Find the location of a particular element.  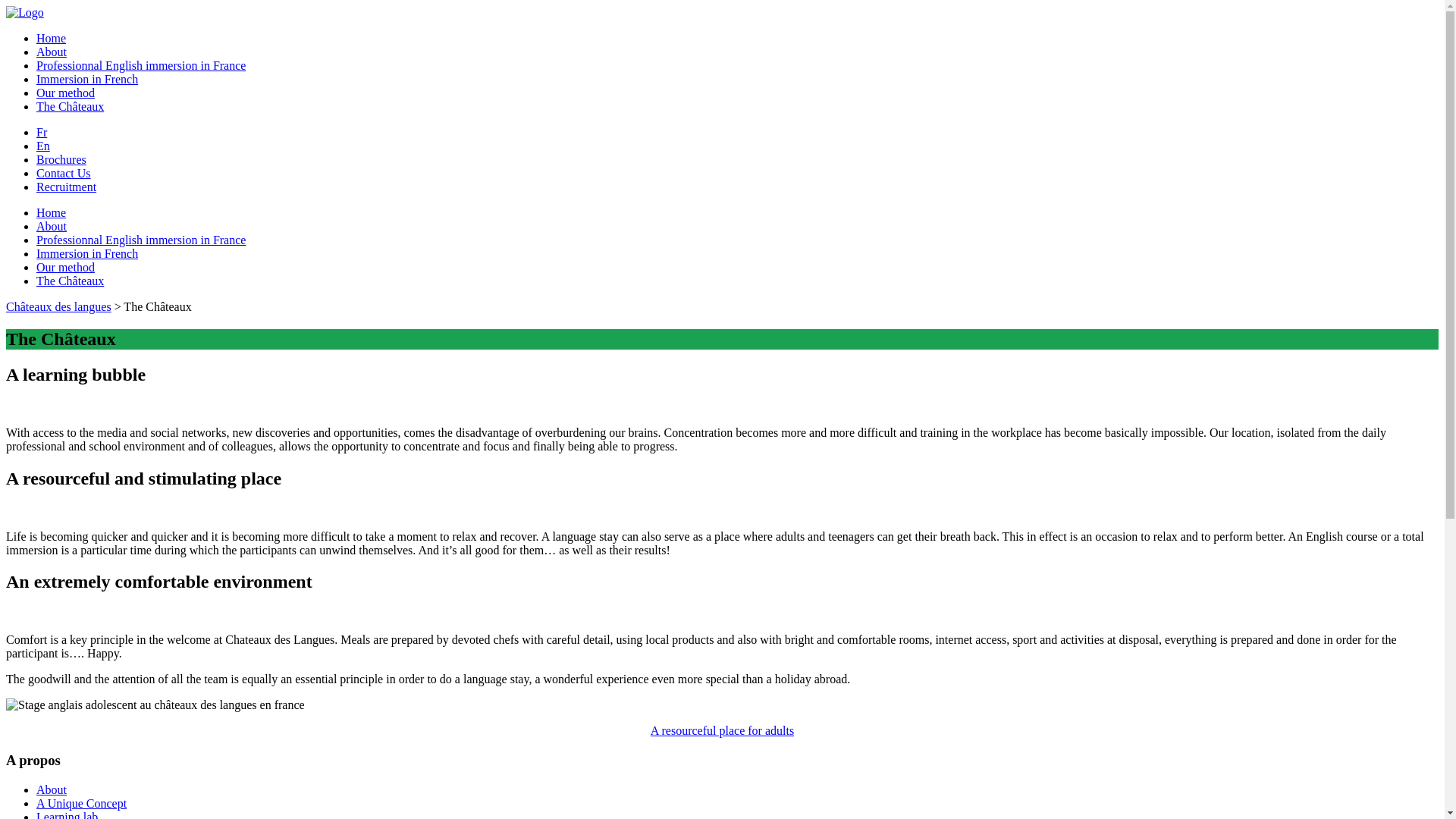

'Immersion in French' is located at coordinates (36, 253).